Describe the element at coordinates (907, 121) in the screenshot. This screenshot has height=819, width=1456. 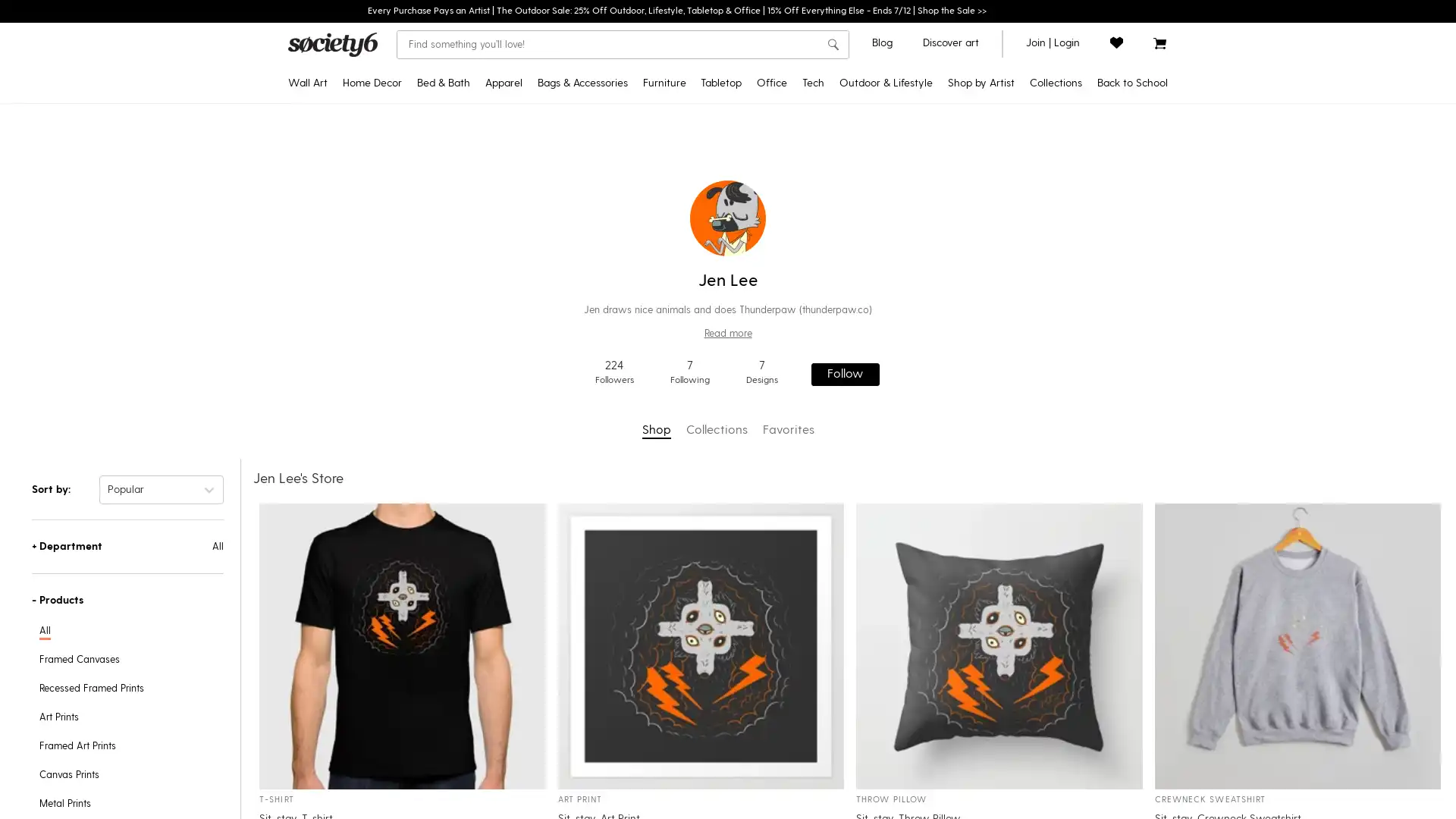
I see `Outdoor RugsNEW` at that location.